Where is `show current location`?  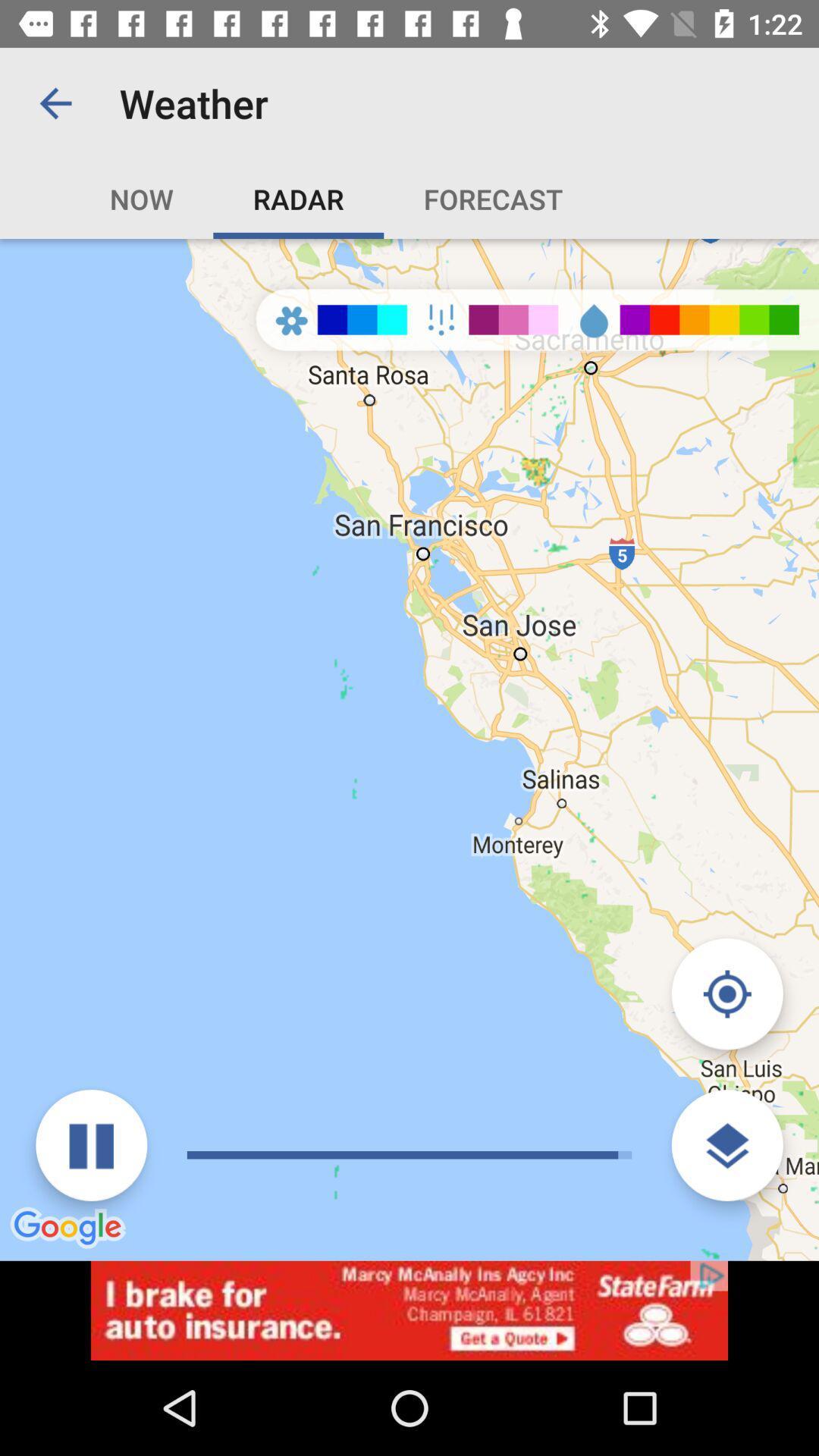
show current location is located at coordinates (726, 993).